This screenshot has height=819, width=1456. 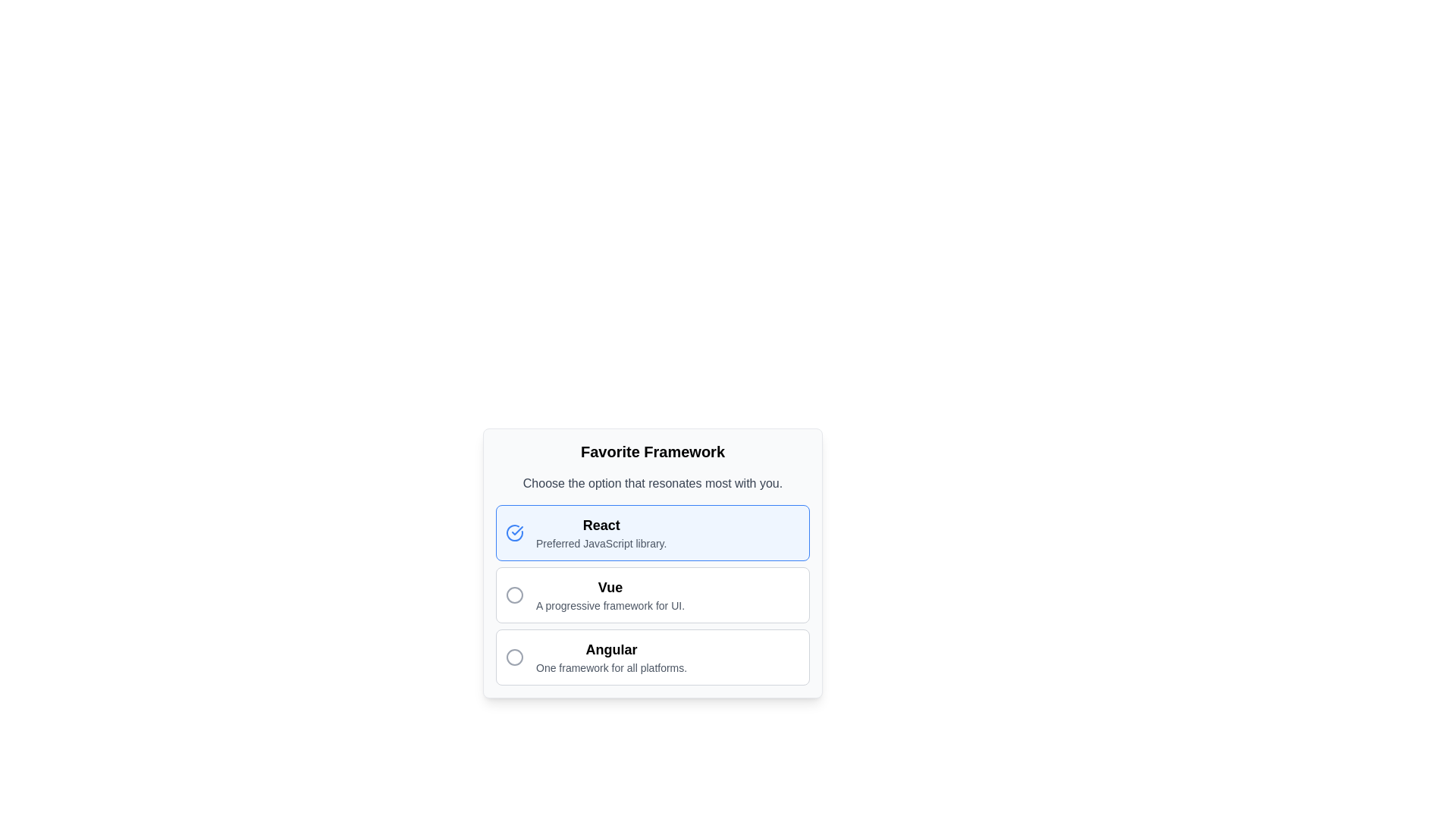 I want to click on the circular icon outlined in black with a white inner fill, located adjacent to the text 'Vue', so click(x=514, y=595).